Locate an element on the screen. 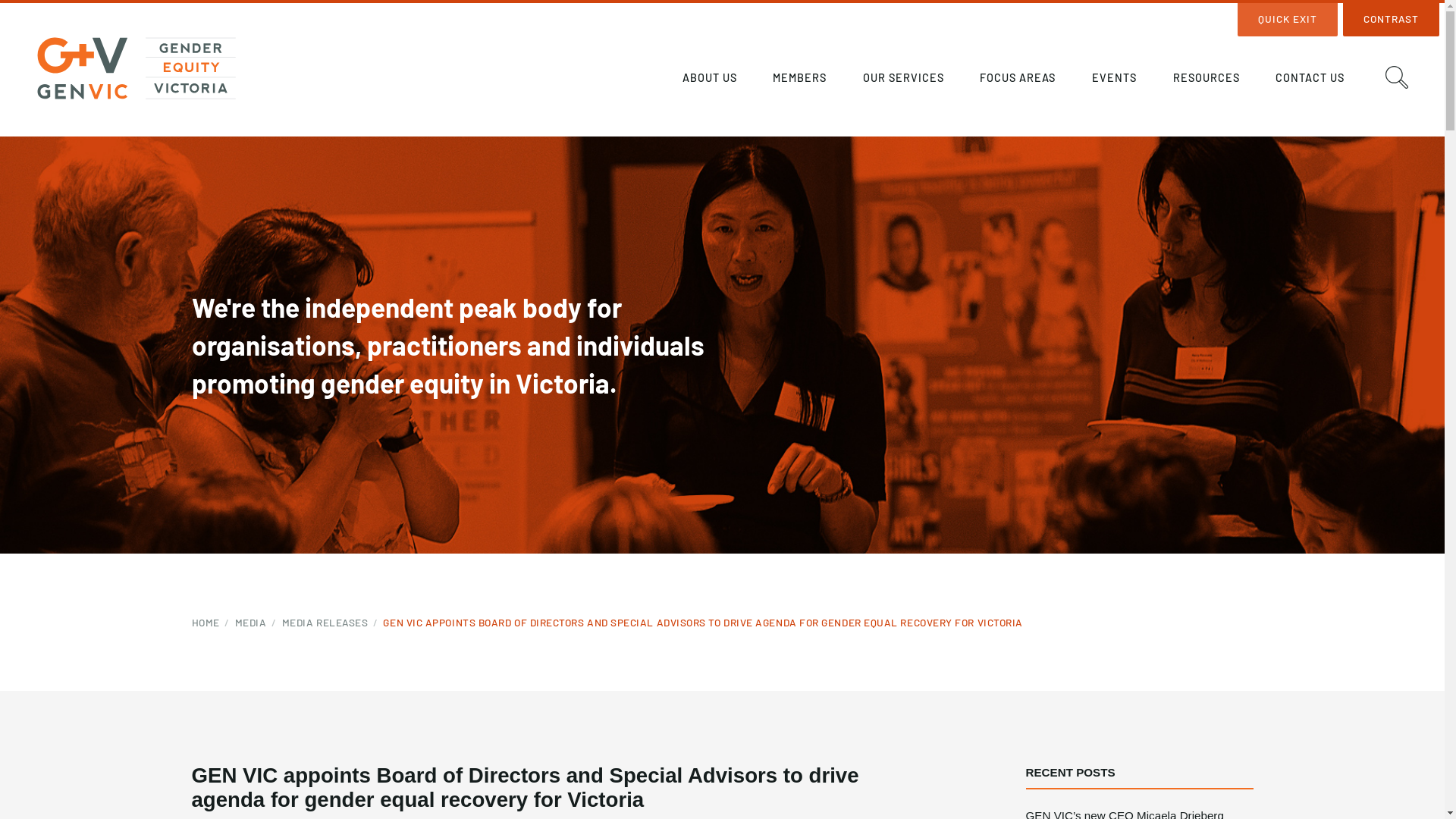 Image resolution: width=1456 pixels, height=819 pixels. 'CONTRAST' is located at coordinates (1391, 20).